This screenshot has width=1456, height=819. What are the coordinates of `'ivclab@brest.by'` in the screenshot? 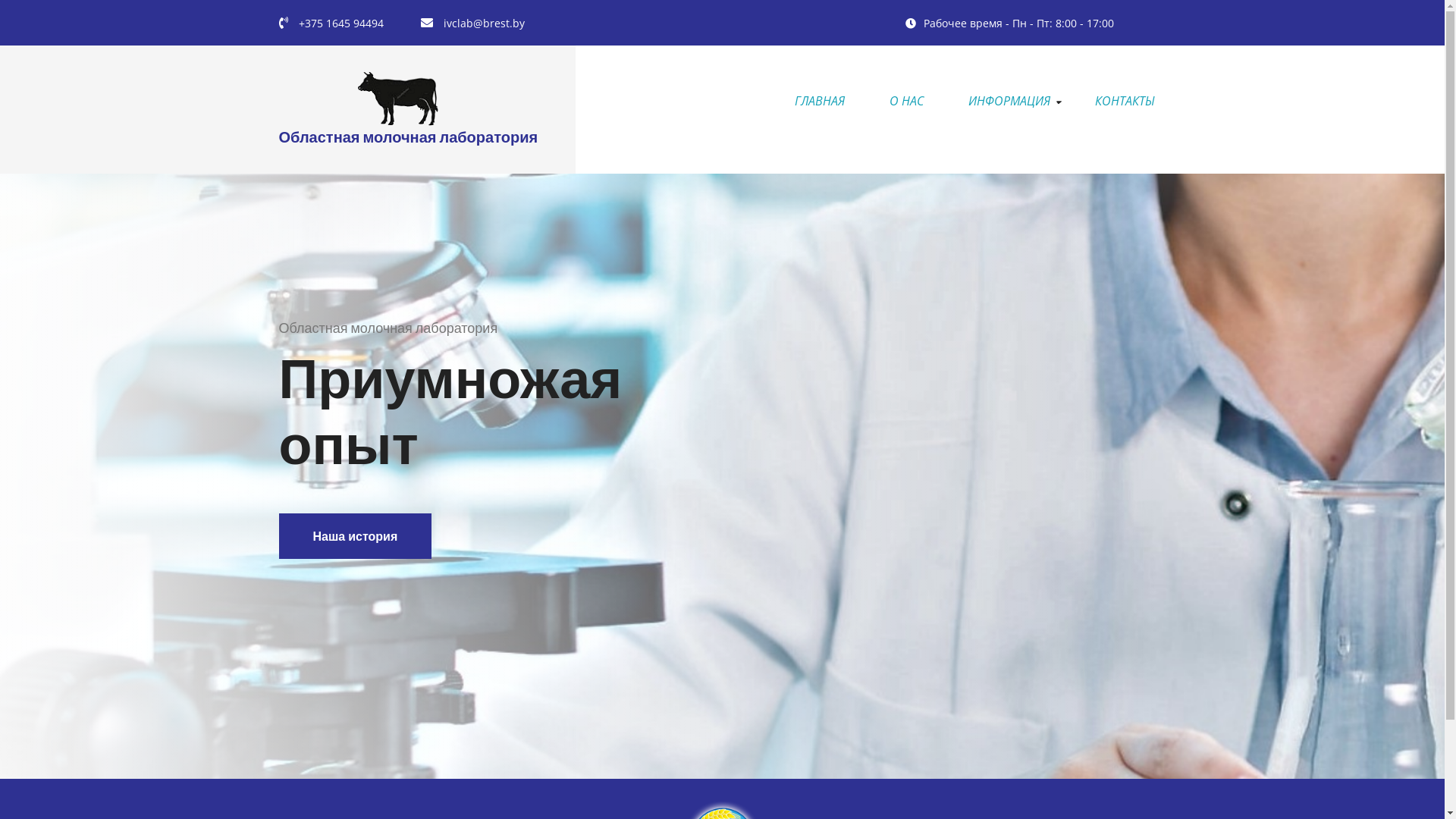 It's located at (442, 23).